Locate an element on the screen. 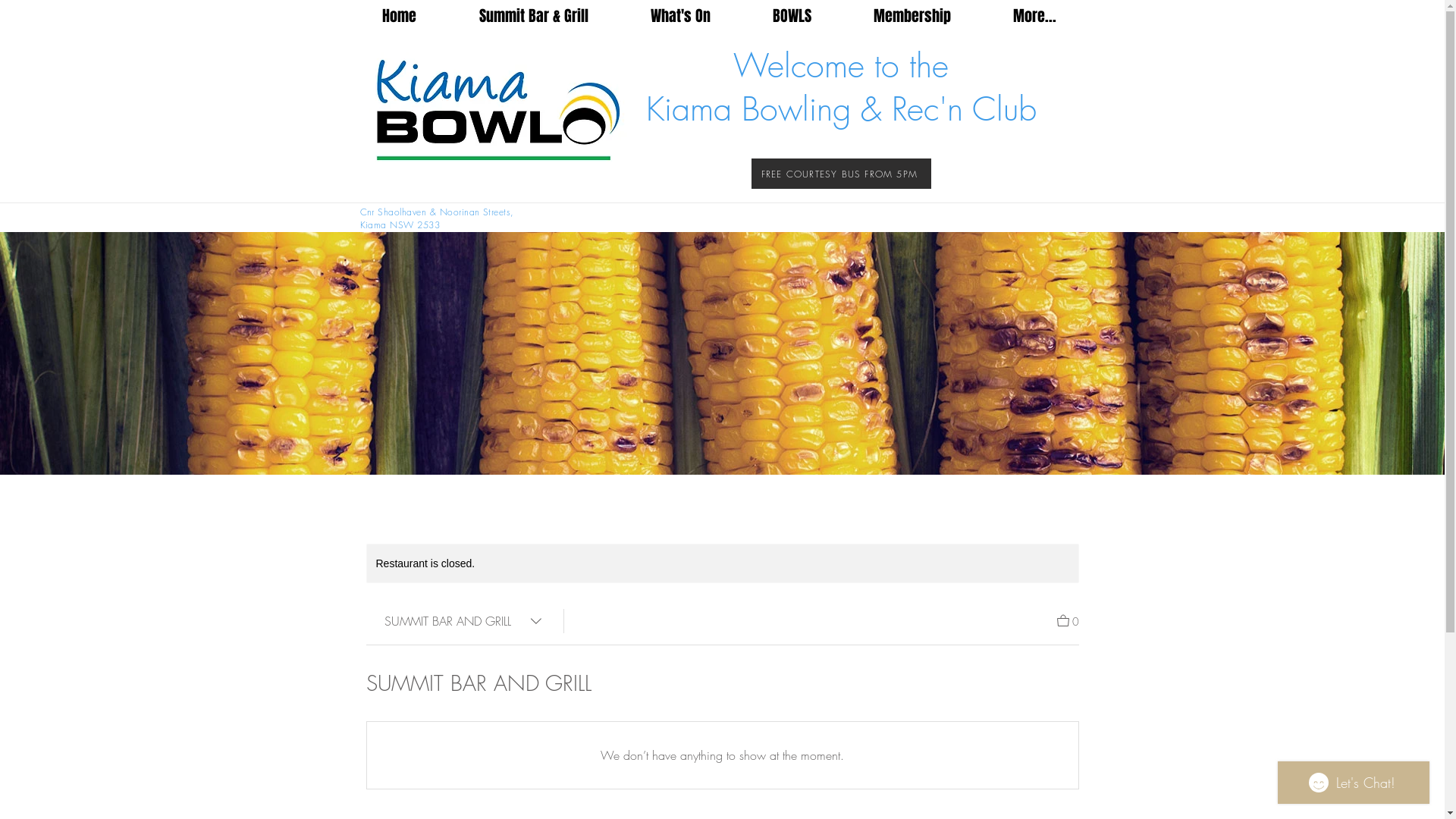 This screenshot has height=819, width=1456. 'FREE COURTESY BUS FROM 5PM' is located at coordinates (839, 172).